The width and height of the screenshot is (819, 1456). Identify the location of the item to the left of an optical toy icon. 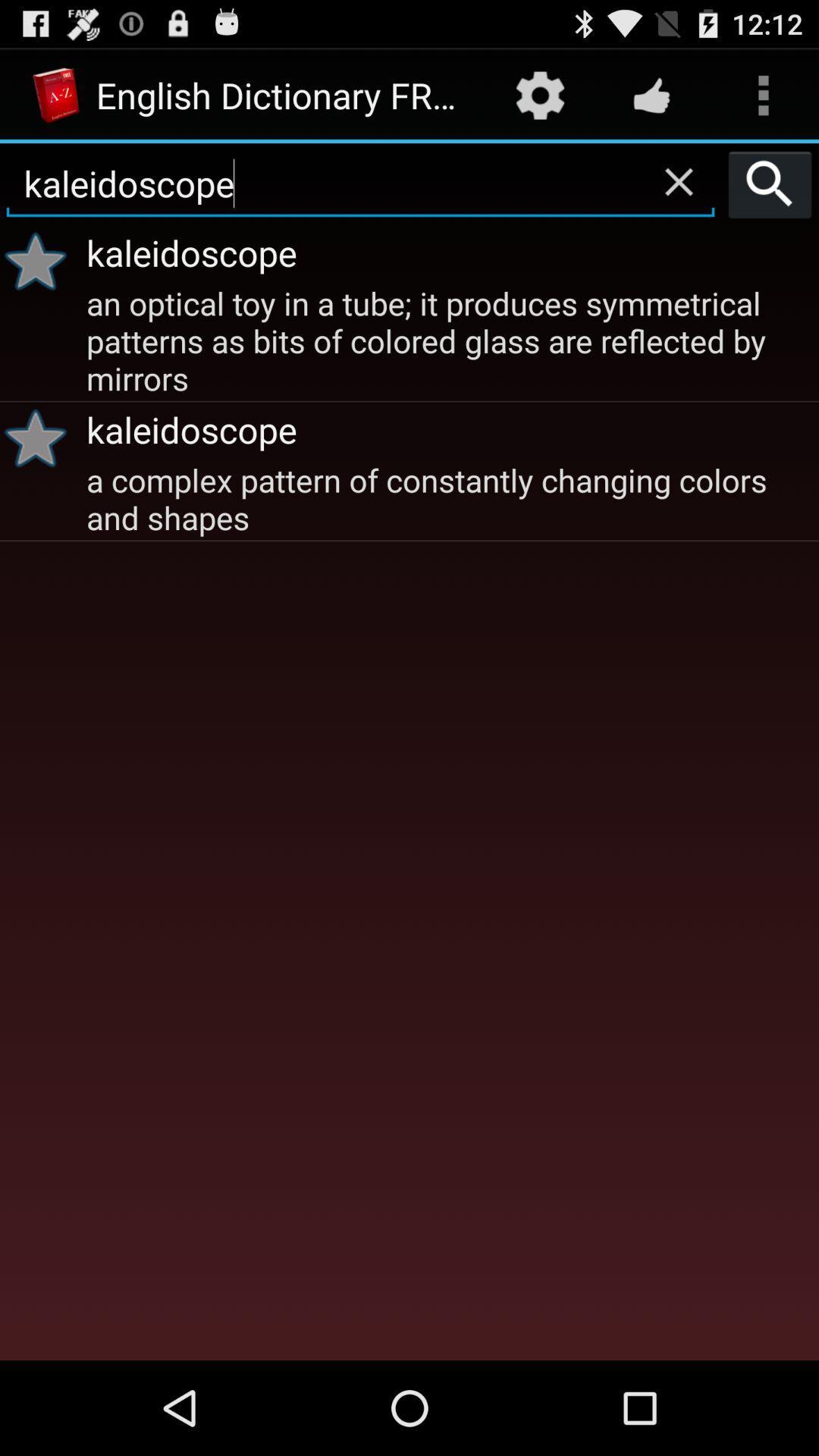
(40, 437).